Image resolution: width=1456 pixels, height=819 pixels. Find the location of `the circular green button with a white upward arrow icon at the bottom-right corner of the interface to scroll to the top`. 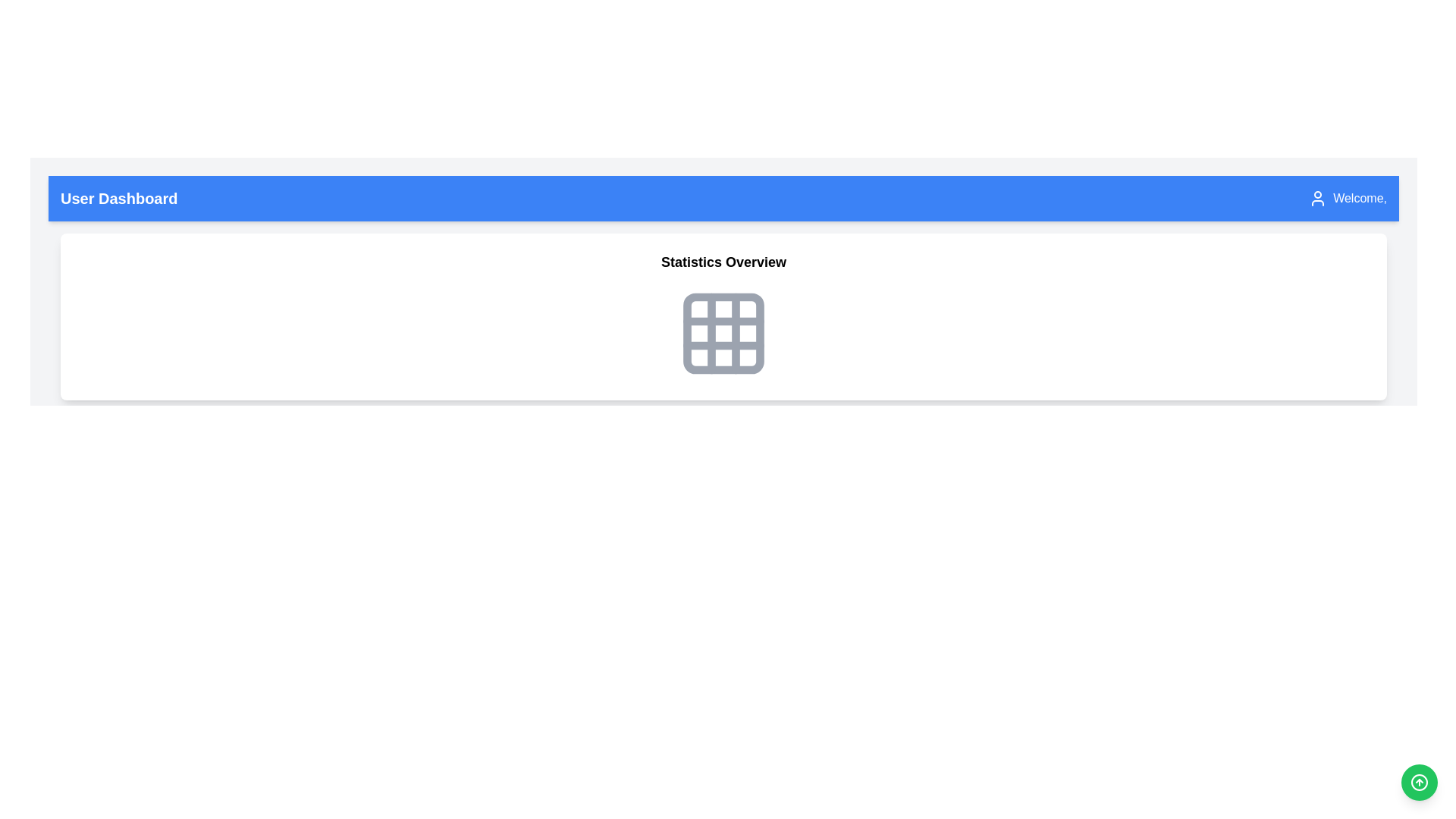

the circular green button with a white upward arrow icon at the bottom-right corner of the interface to scroll to the top is located at coordinates (1419, 783).